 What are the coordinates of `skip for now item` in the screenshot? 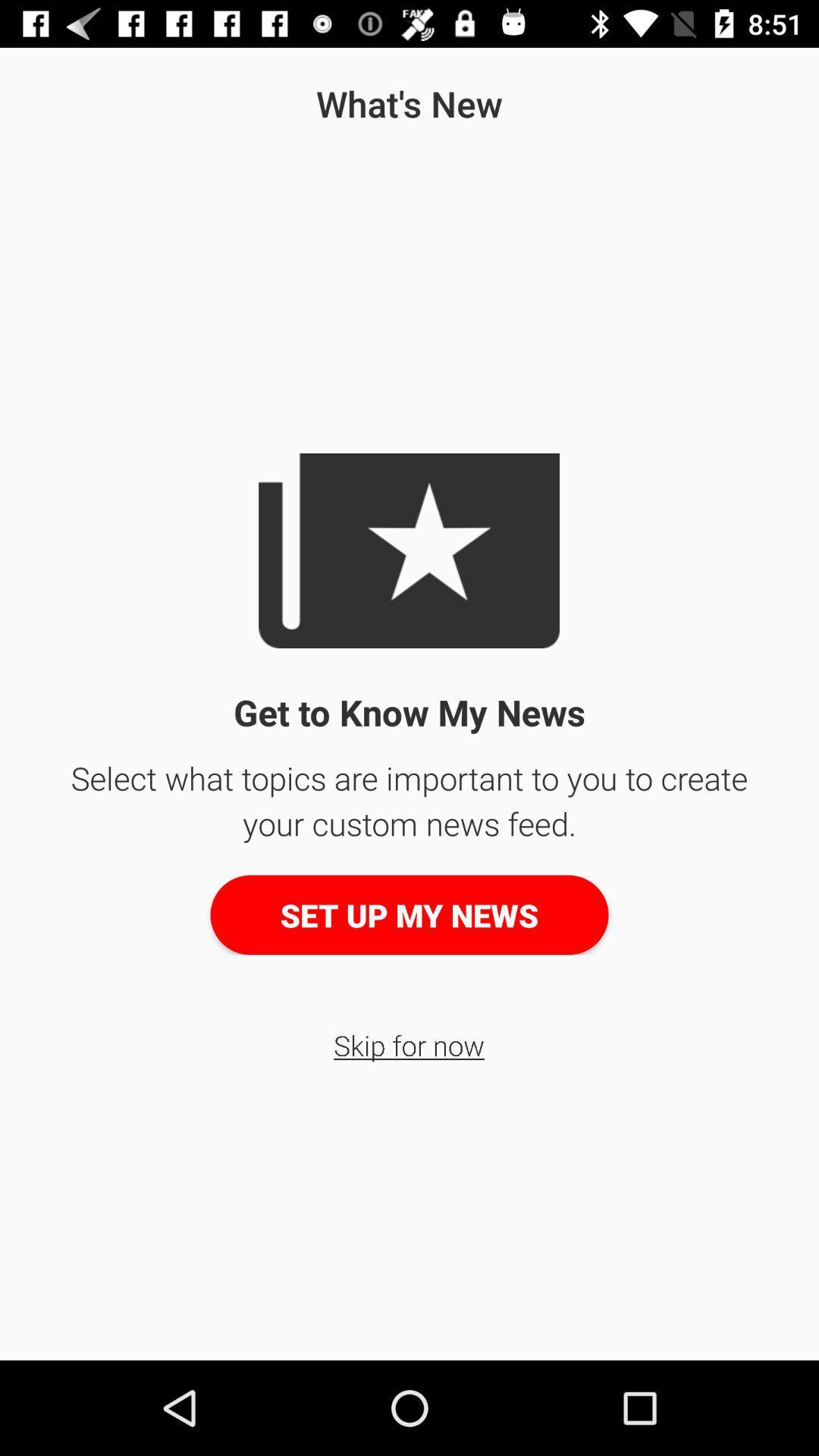 It's located at (408, 1044).